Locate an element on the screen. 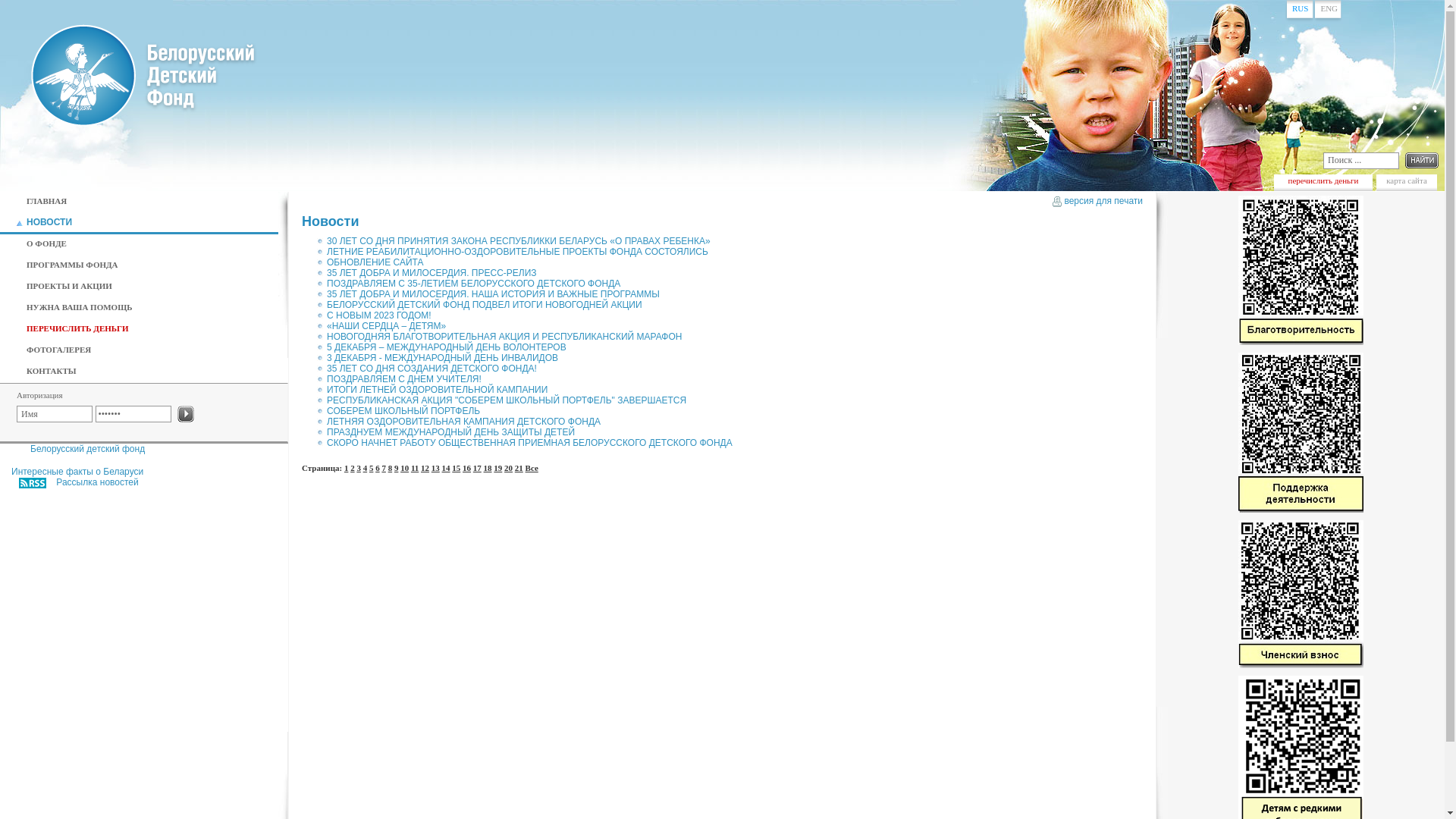 The width and height of the screenshot is (1456, 819). 'Support_Ops' is located at coordinates (1299, 432).